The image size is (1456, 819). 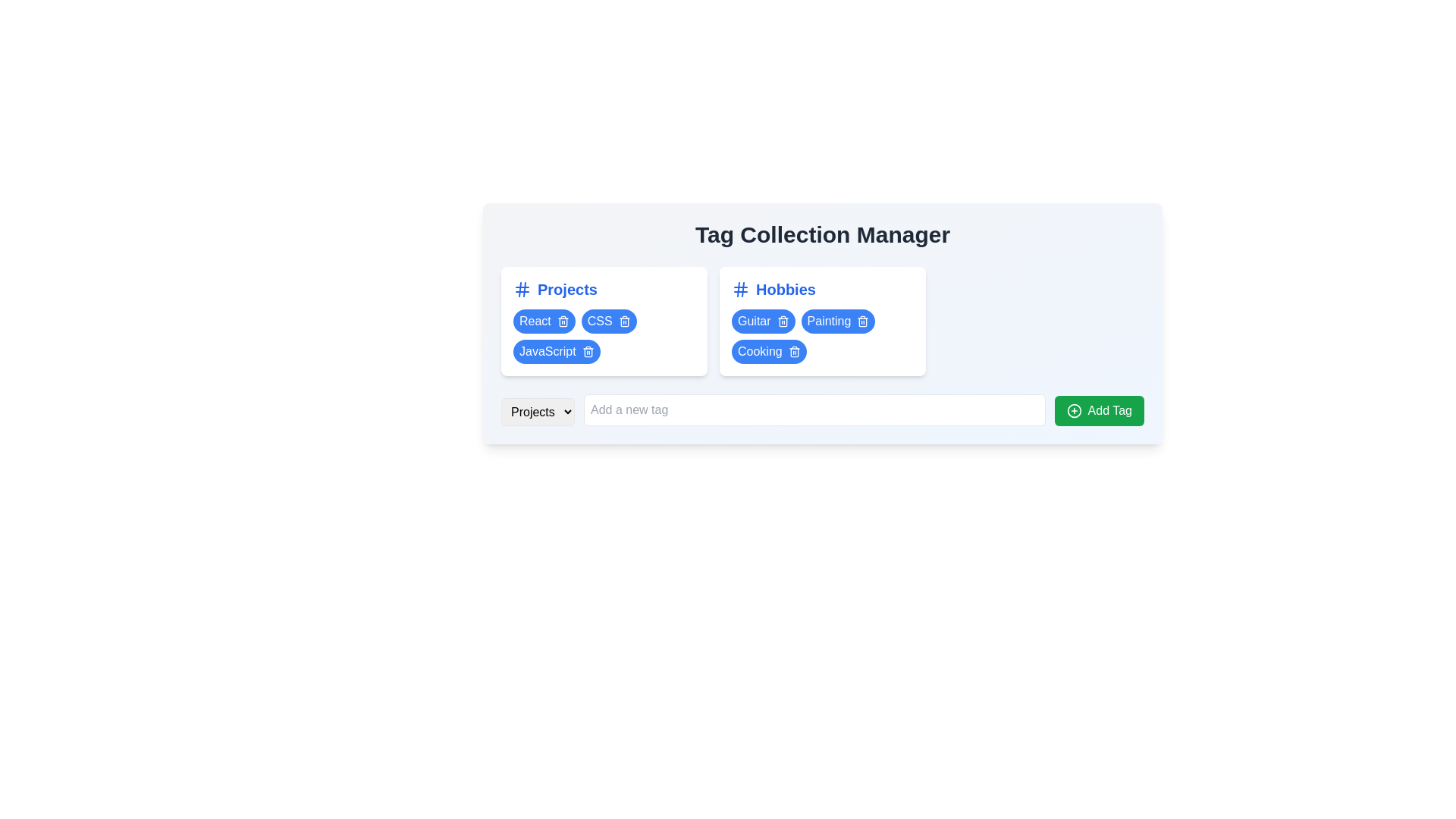 What do you see at coordinates (837, 321) in the screenshot?
I see `the blue pill-shaped button labeled 'Painting' with a delete icon` at bounding box center [837, 321].